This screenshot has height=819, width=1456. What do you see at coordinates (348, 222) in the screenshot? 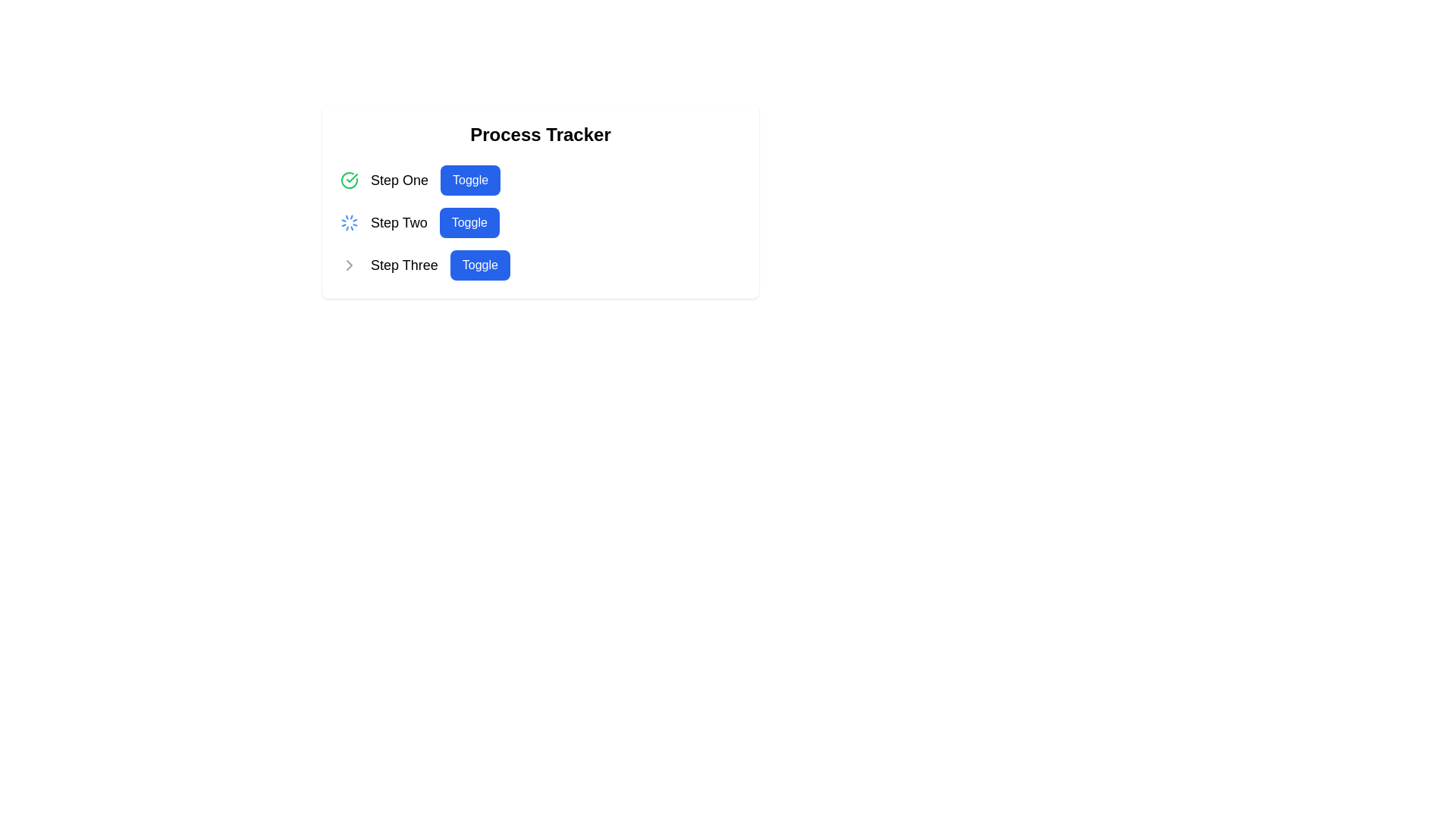
I see `the blue loading spinner icon located to the left of 'Step Two' and adjacent to the 'Toggle' button, indicating an ongoing process` at bounding box center [348, 222].